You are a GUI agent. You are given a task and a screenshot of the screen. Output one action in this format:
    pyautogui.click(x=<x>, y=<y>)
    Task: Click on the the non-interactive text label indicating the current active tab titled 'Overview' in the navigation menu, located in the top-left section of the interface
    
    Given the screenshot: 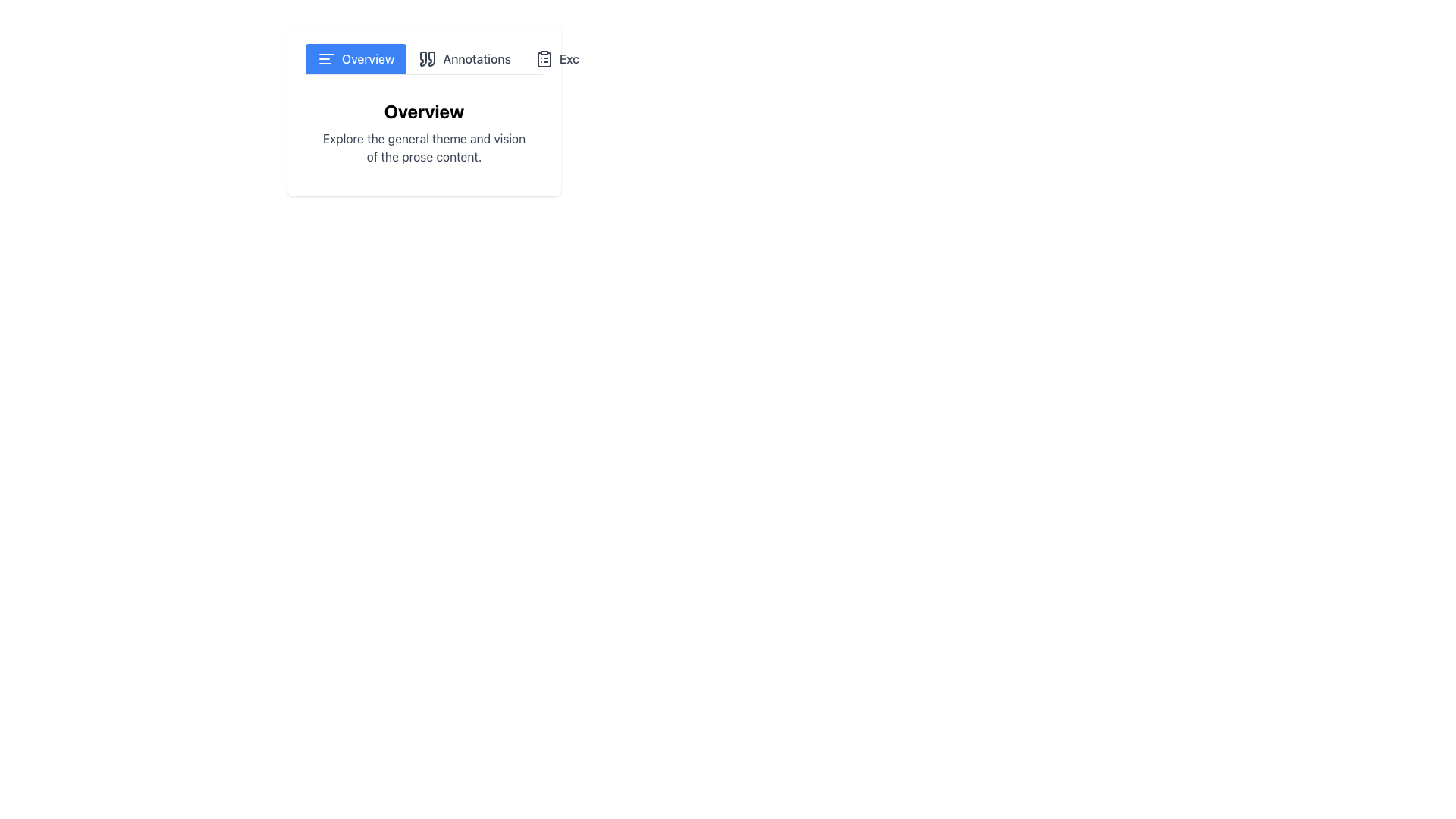 What is the action you would take?
    pyautogui.click(x=368, y=58)
    